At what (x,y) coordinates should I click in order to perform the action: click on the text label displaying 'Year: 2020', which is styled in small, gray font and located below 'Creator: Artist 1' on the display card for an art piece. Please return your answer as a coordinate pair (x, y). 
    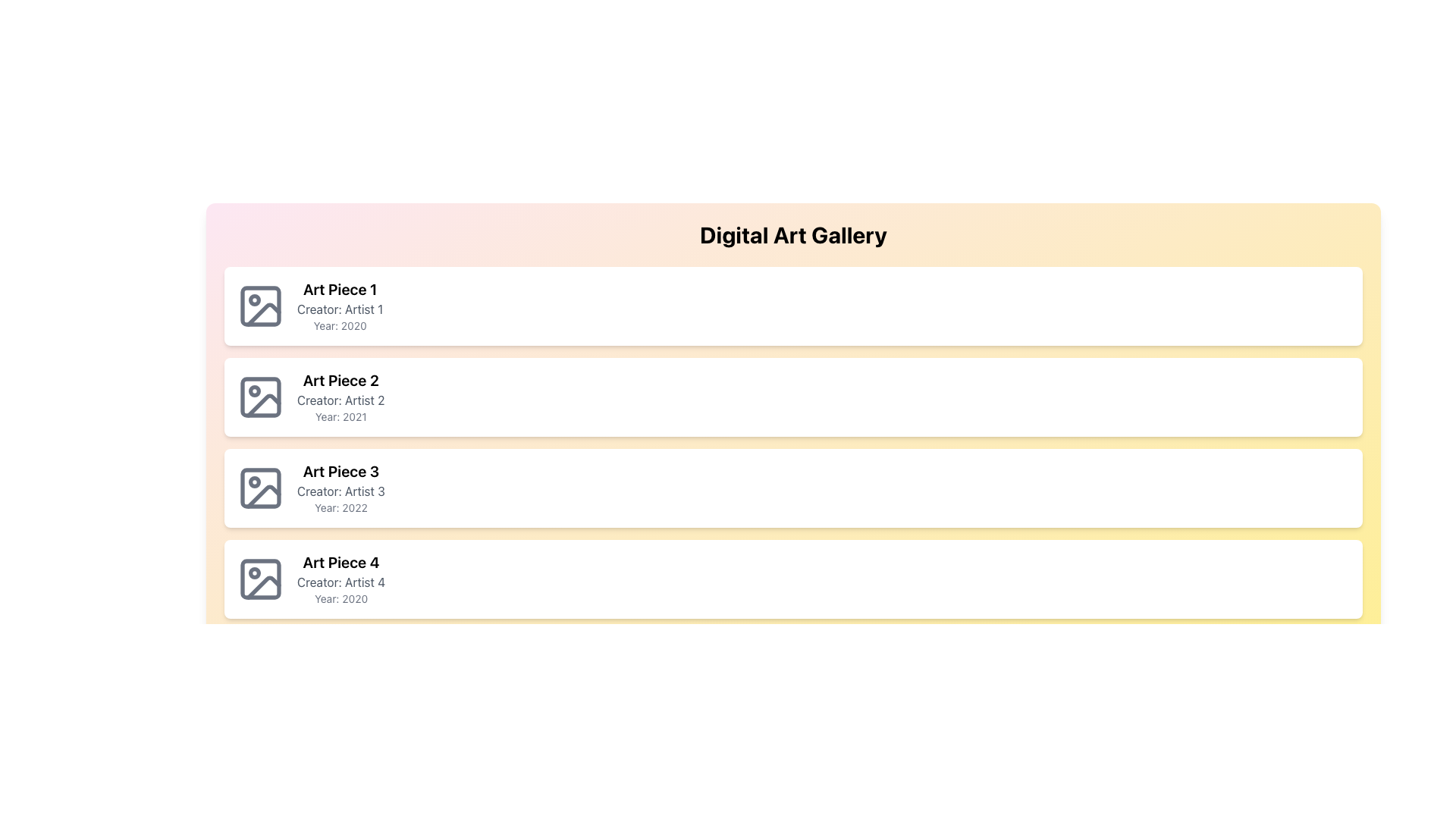
    Looking at the image, I should click on (339, 325).